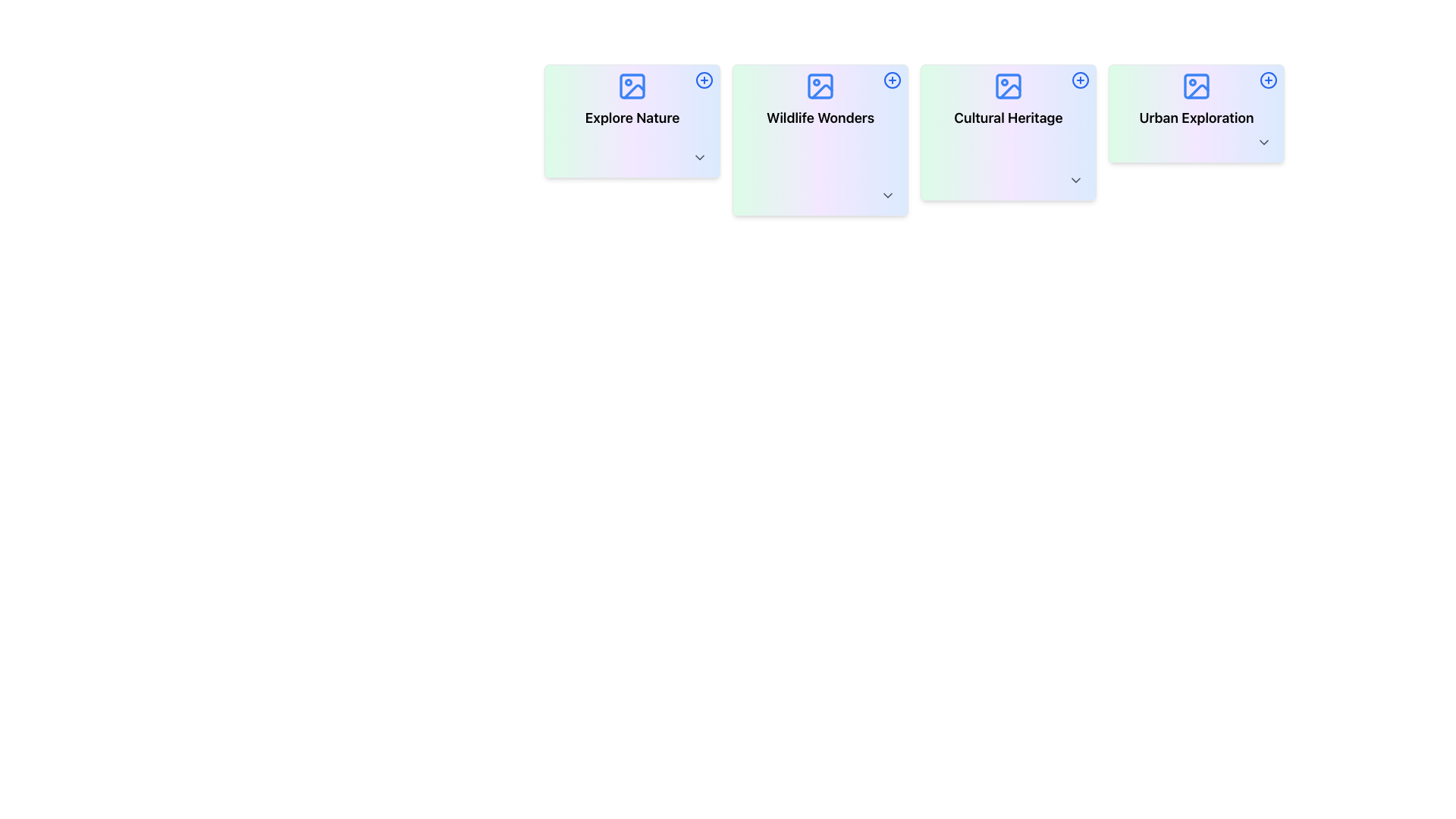 This screenshot has height=819, width=1456. Describe the element at coordinates (704, 80) in the screenshot. I see `the decorative icon located at the center of the circular icon in the top-right corner of the 'Wildlife Wonders' card` at that location.